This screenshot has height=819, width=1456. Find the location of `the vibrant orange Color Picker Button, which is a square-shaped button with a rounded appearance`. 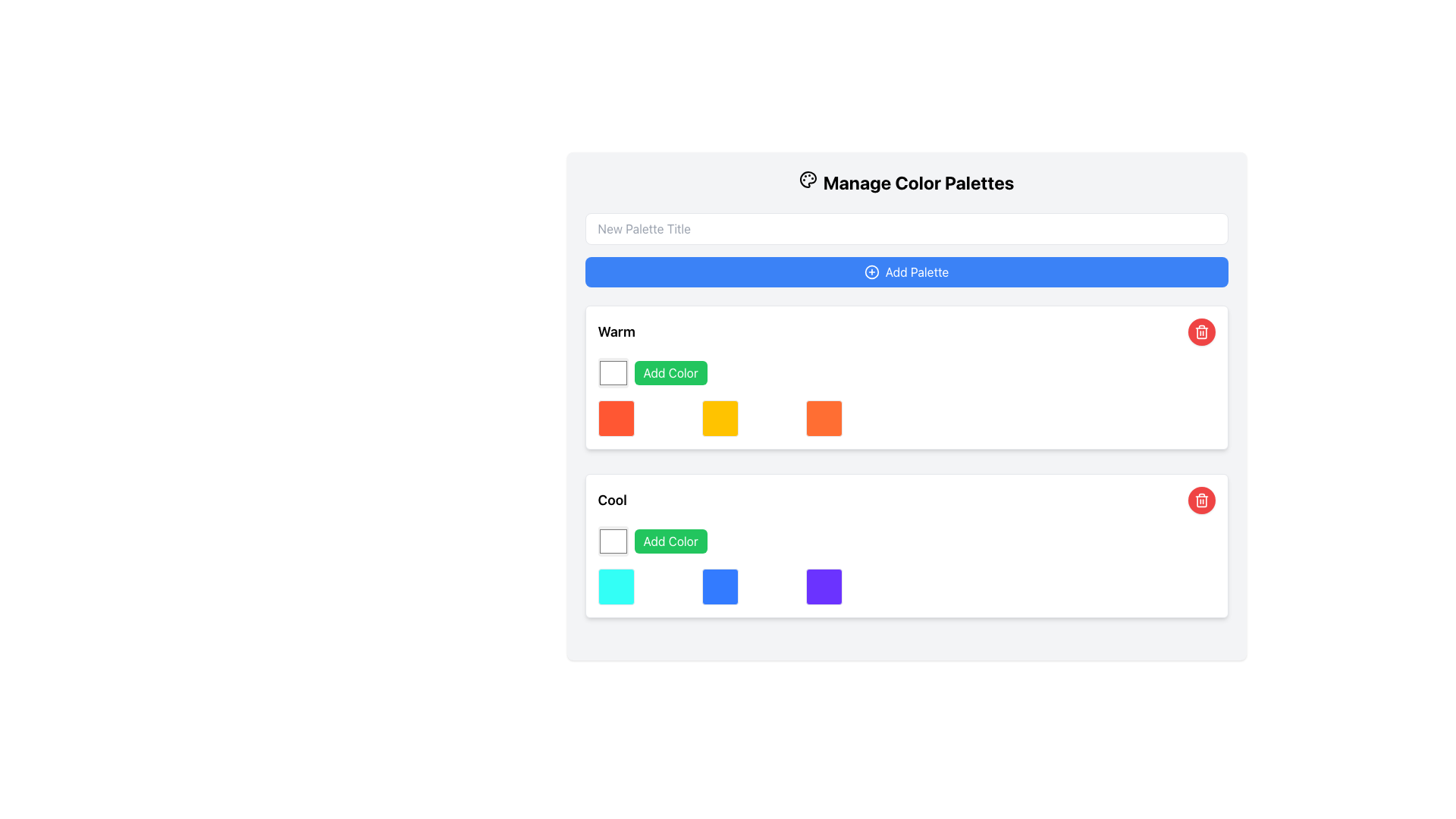

the vibrant orange Color Picker Button, which is a square-shaped button with a rounded appearance is located at coordinates (823, 418).